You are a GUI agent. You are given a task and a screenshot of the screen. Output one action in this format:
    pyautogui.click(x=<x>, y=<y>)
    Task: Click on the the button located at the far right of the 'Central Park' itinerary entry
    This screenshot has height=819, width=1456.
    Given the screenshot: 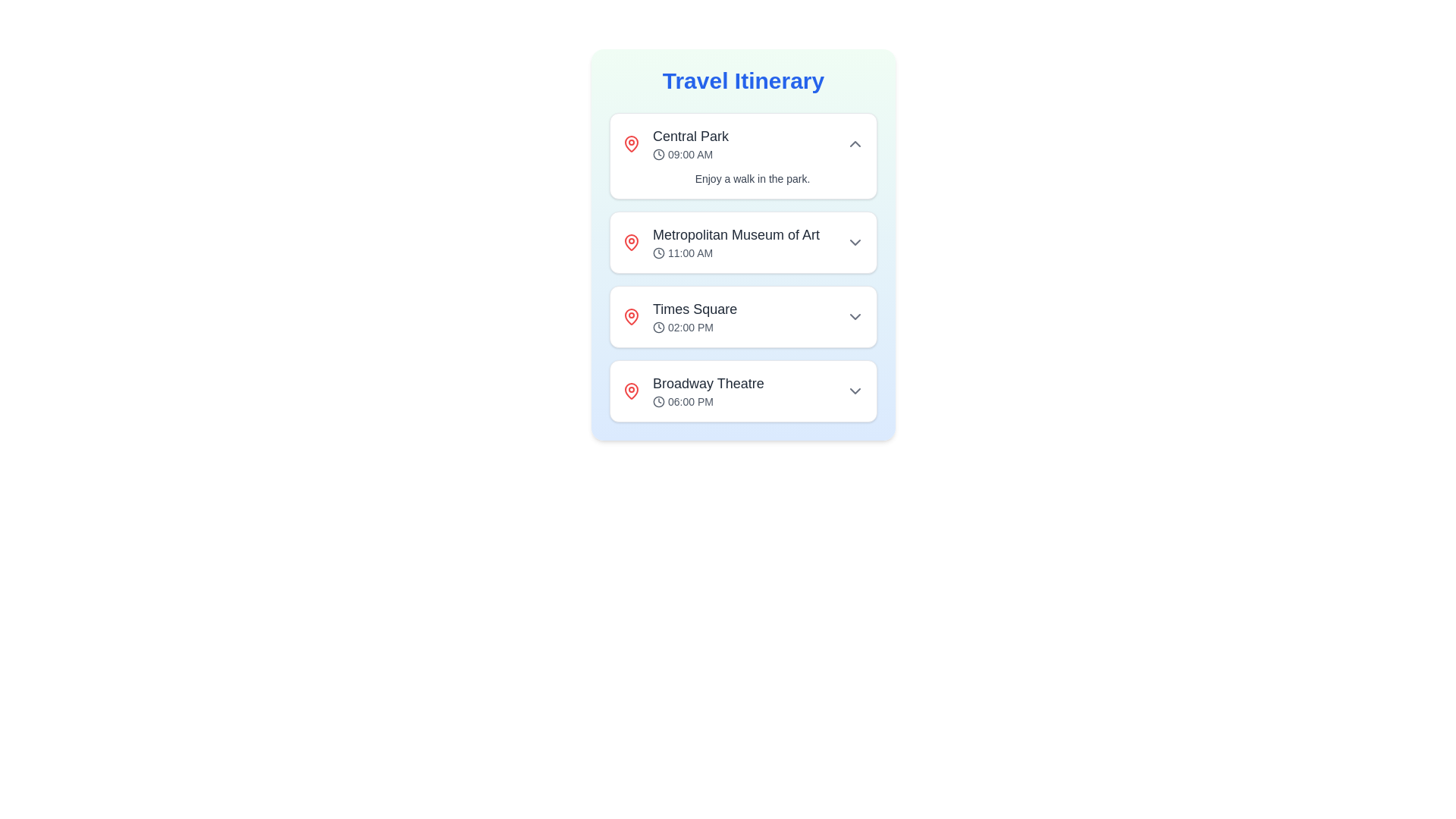 What is the action you would take?
    pyautogui.click(x=855, y=143)
    